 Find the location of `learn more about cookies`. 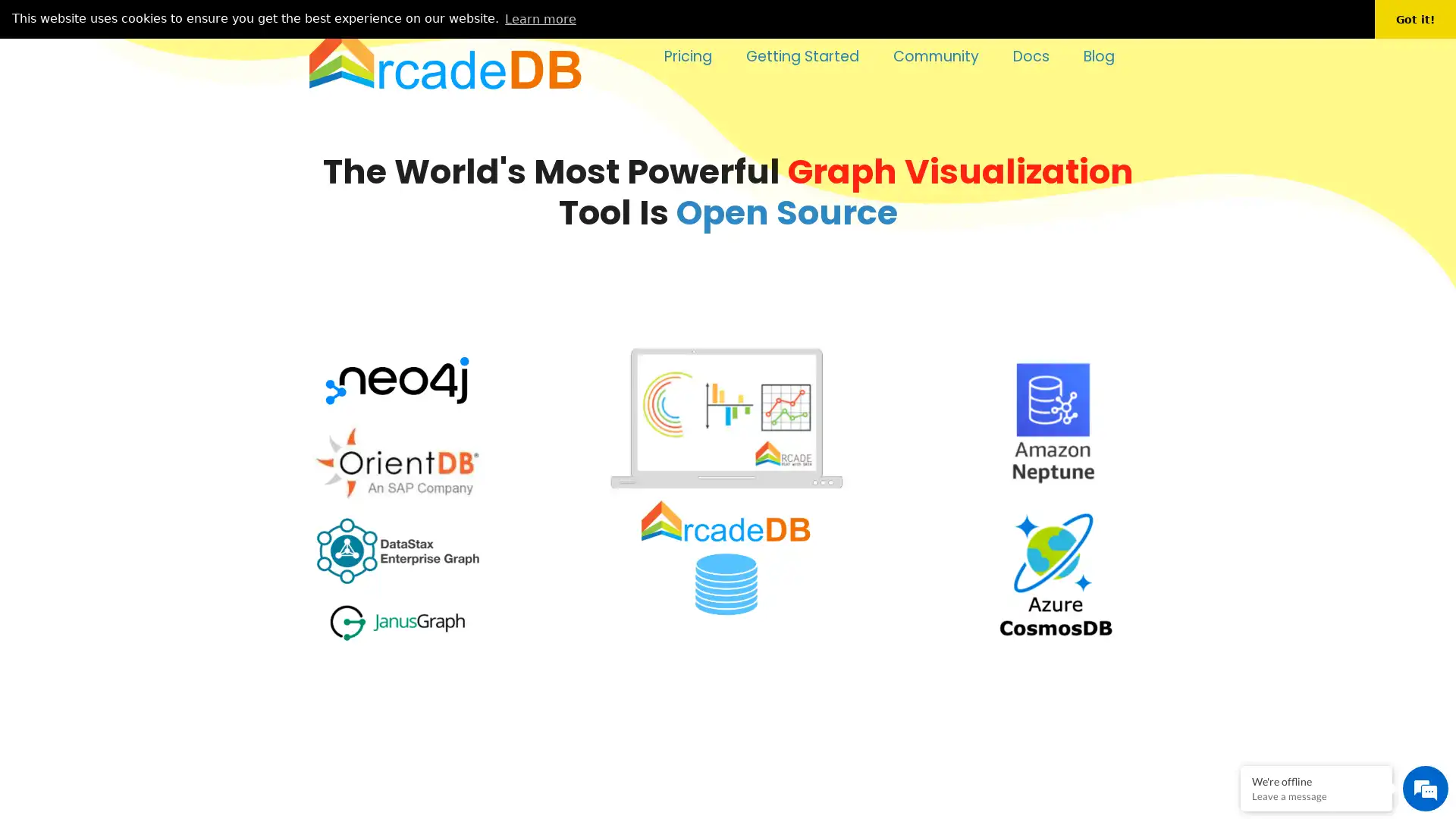

learn more about cookies is located at coordinates (541, 18).